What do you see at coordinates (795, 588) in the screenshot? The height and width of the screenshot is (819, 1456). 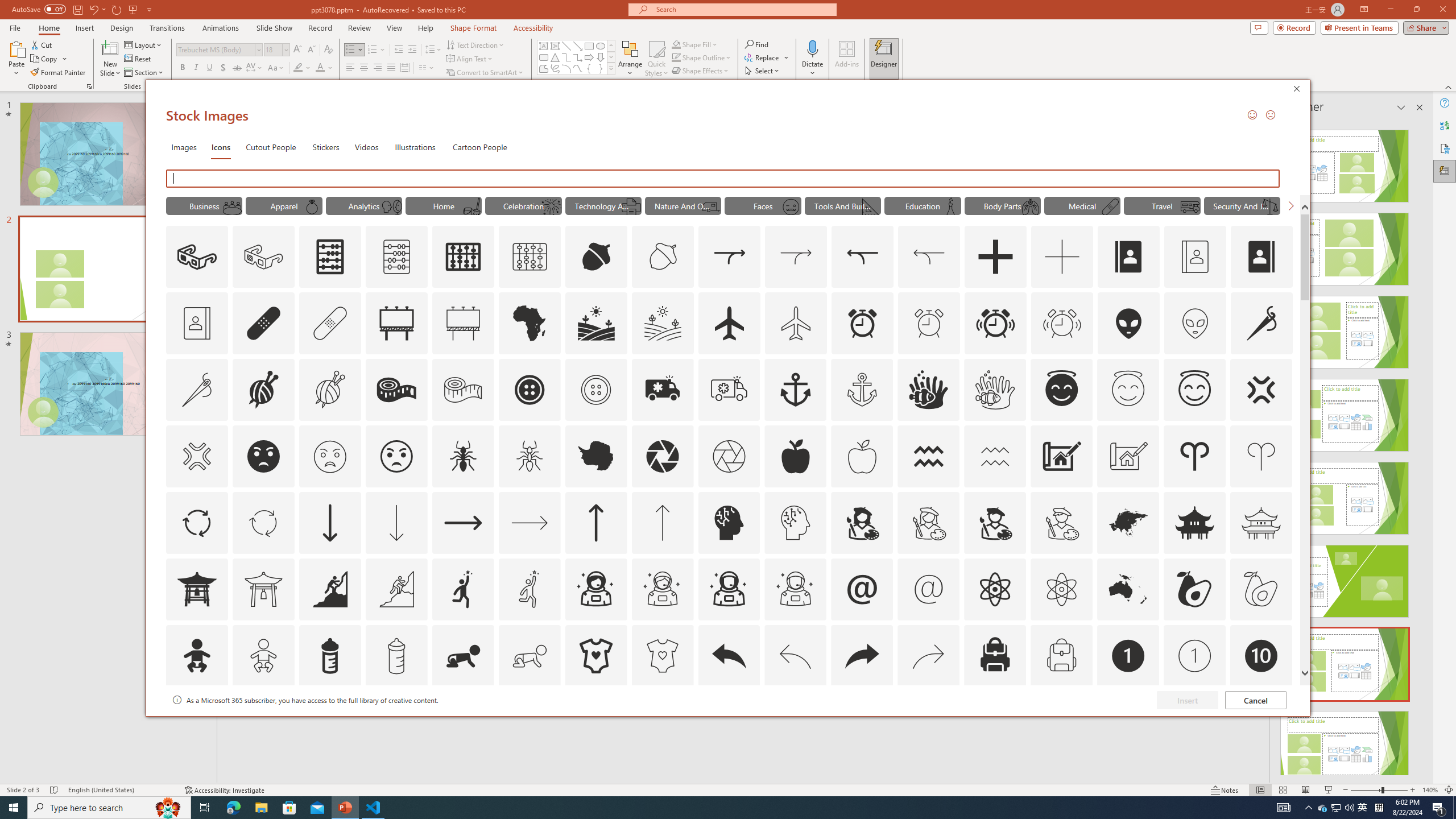 I see `'AutomationID: Icons_AstronautMale_M'` at bounding box center [795, 588].